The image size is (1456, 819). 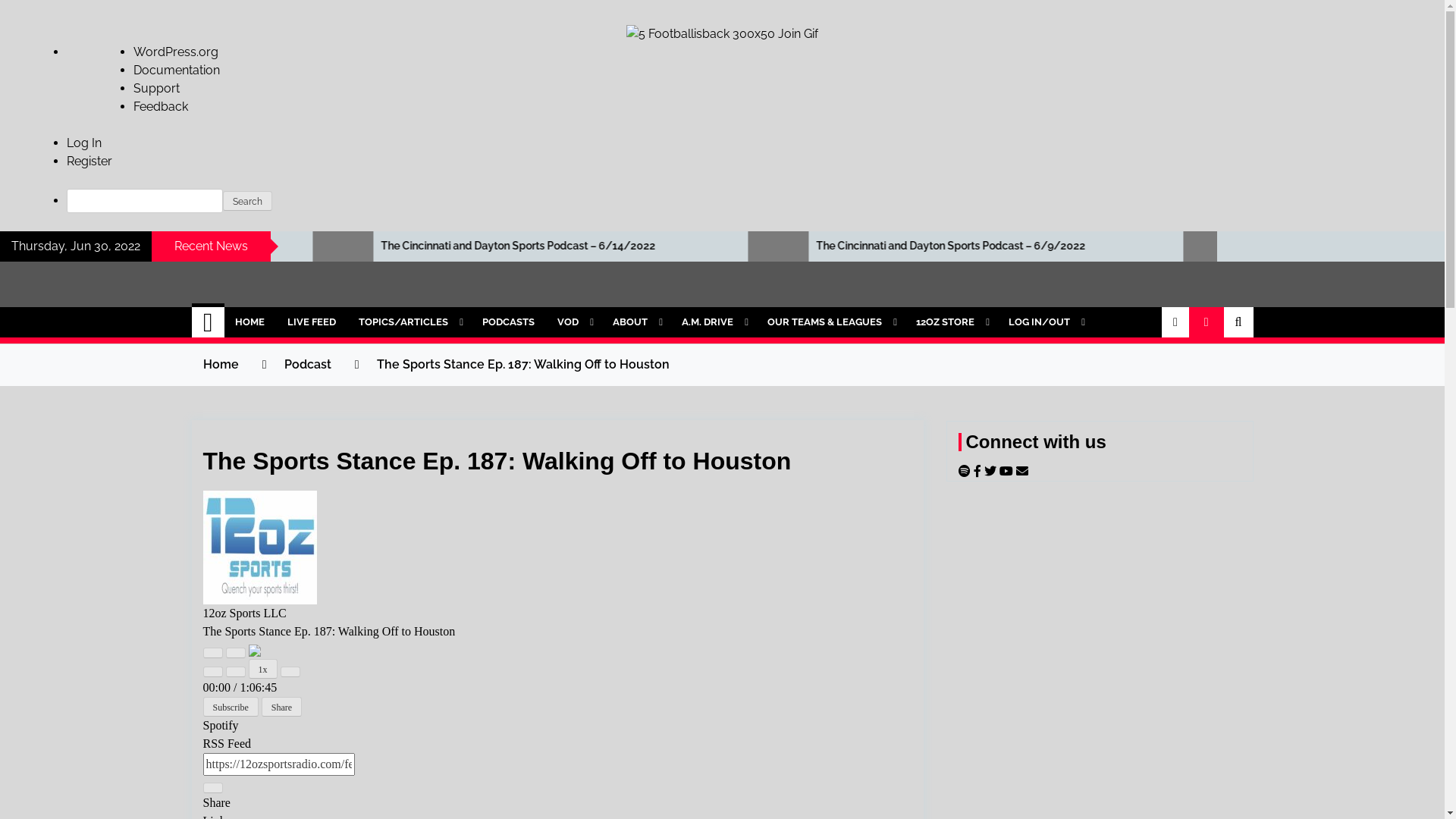 What do you see at coordinates (306, 364) in the screenshot?
I see `'Podcast'` at bounding box center [306, 364].